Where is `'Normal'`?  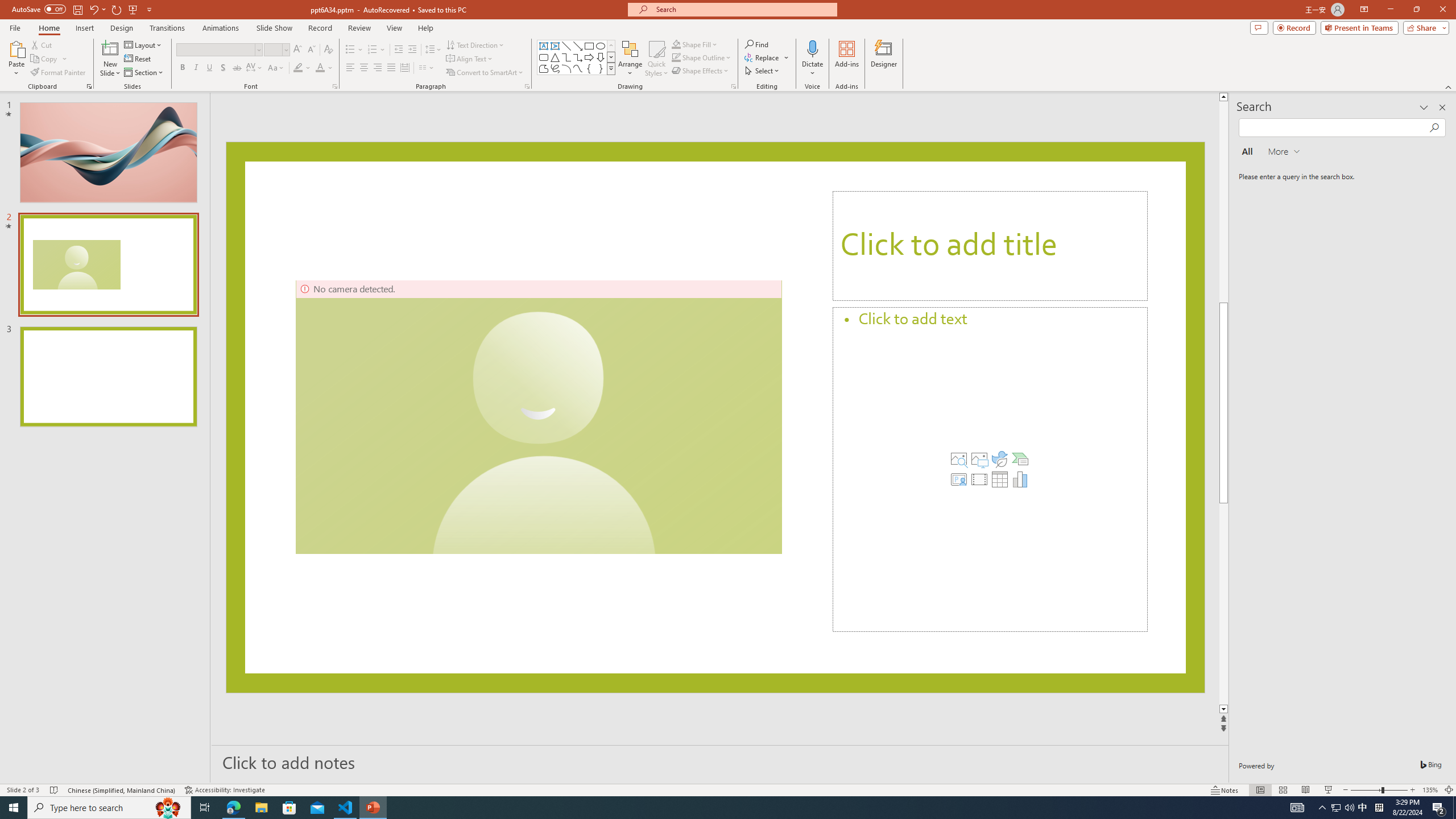 'Normal' is located at coordinates (1259, 790).